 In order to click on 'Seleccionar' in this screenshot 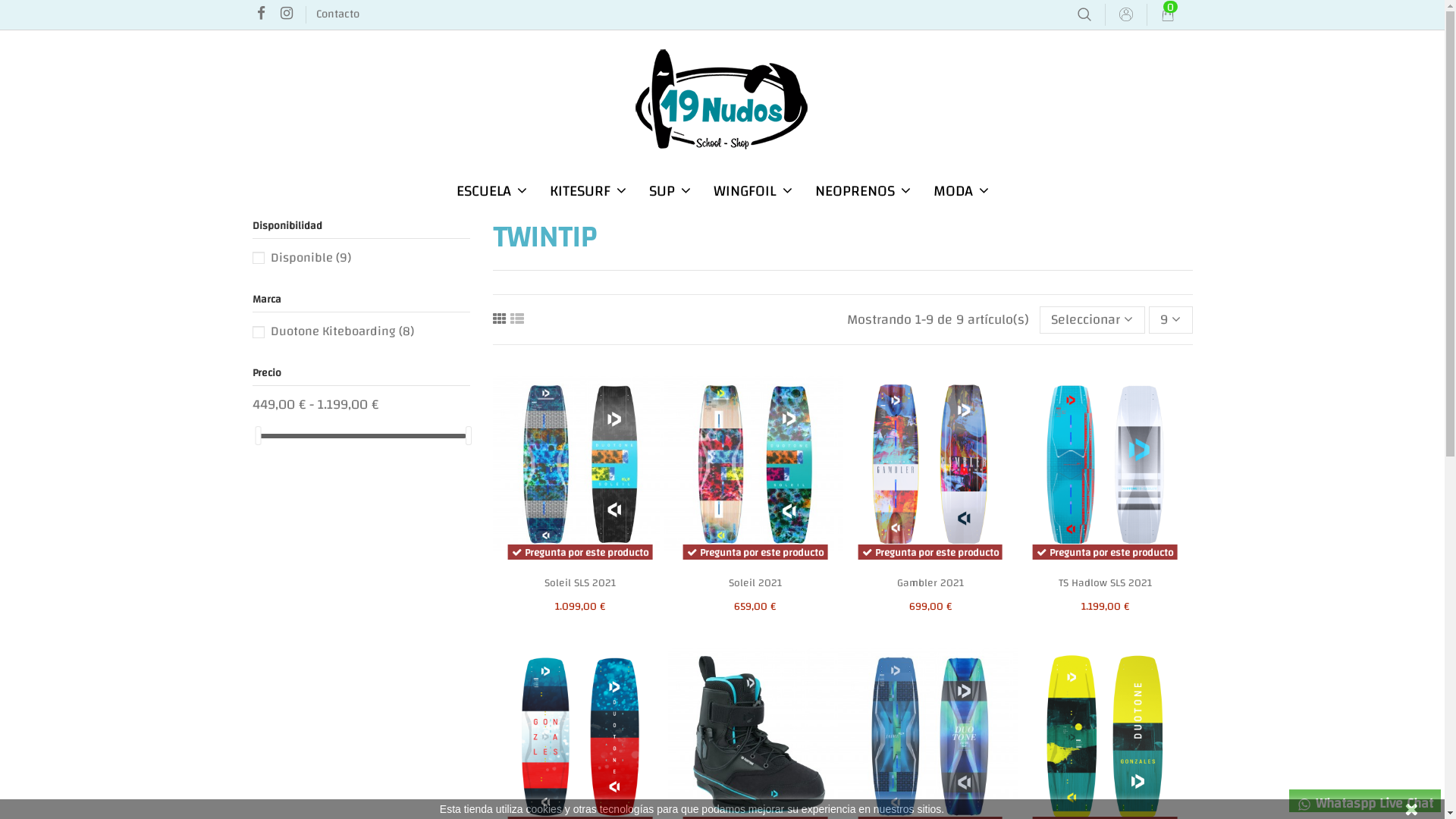, I will do `click(1039, 318)`.